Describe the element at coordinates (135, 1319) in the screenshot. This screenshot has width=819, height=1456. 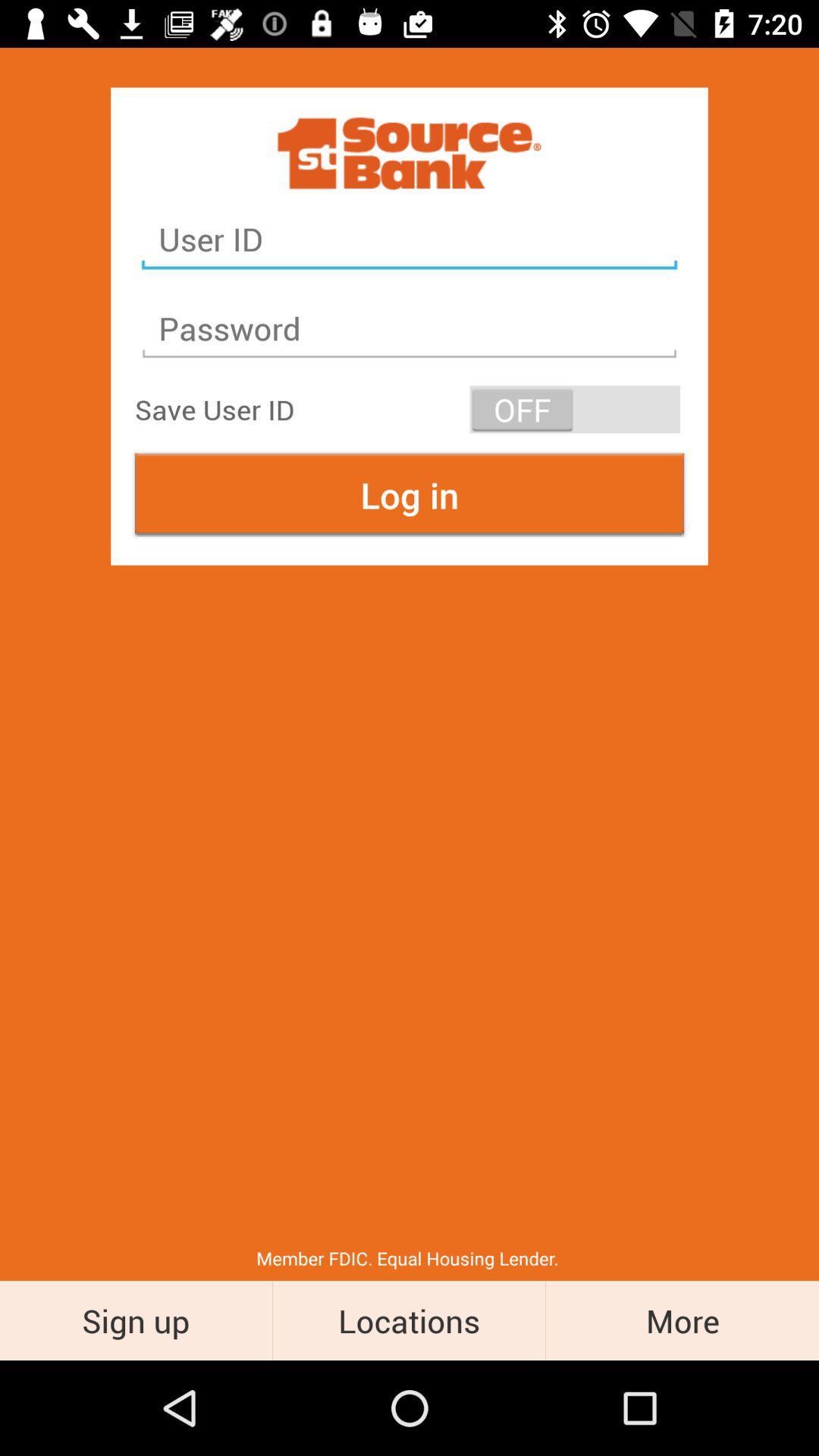
I see `the sign up icon` at that location.